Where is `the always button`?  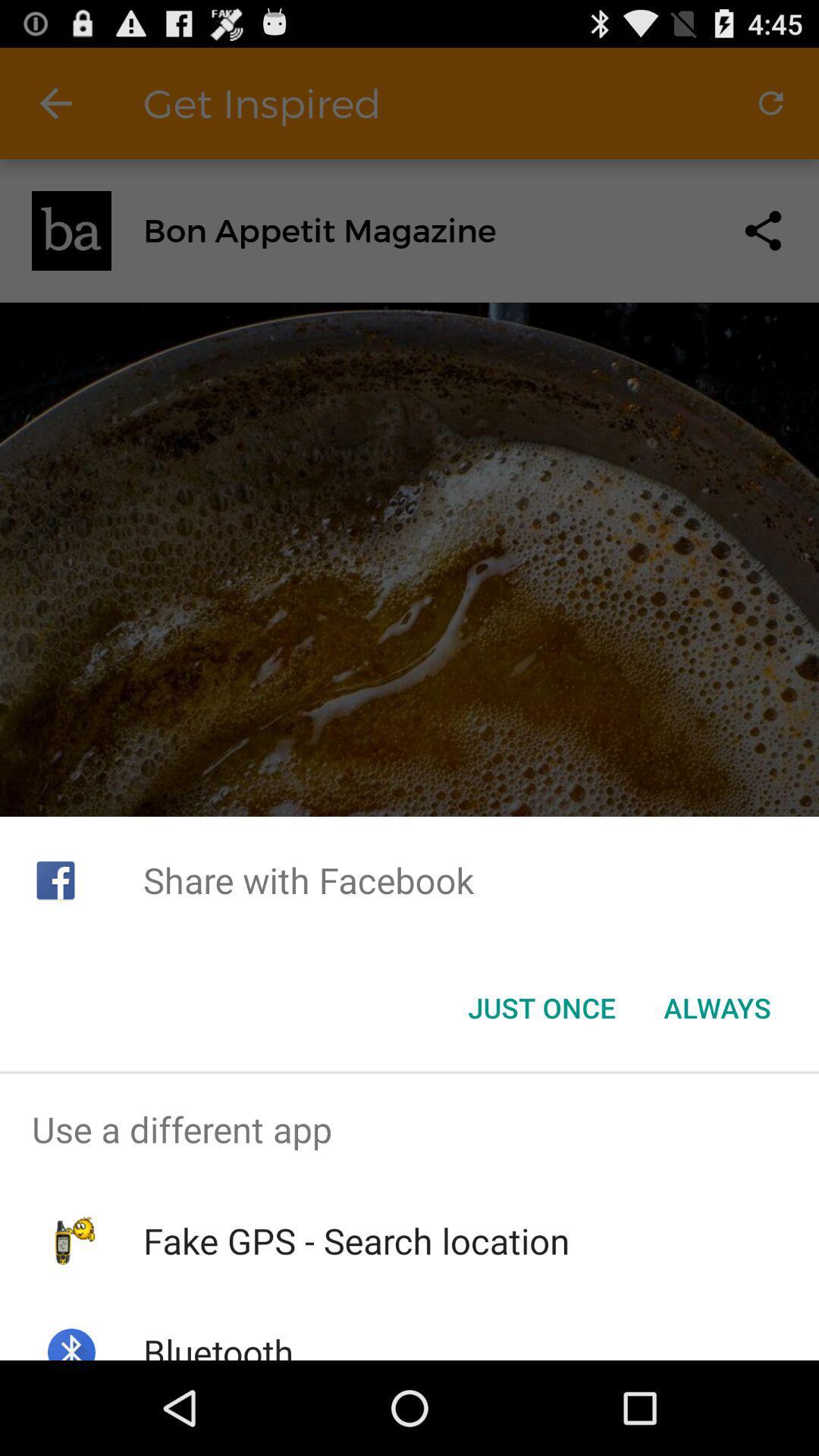
the always button is located at coordinates (717, 1008).